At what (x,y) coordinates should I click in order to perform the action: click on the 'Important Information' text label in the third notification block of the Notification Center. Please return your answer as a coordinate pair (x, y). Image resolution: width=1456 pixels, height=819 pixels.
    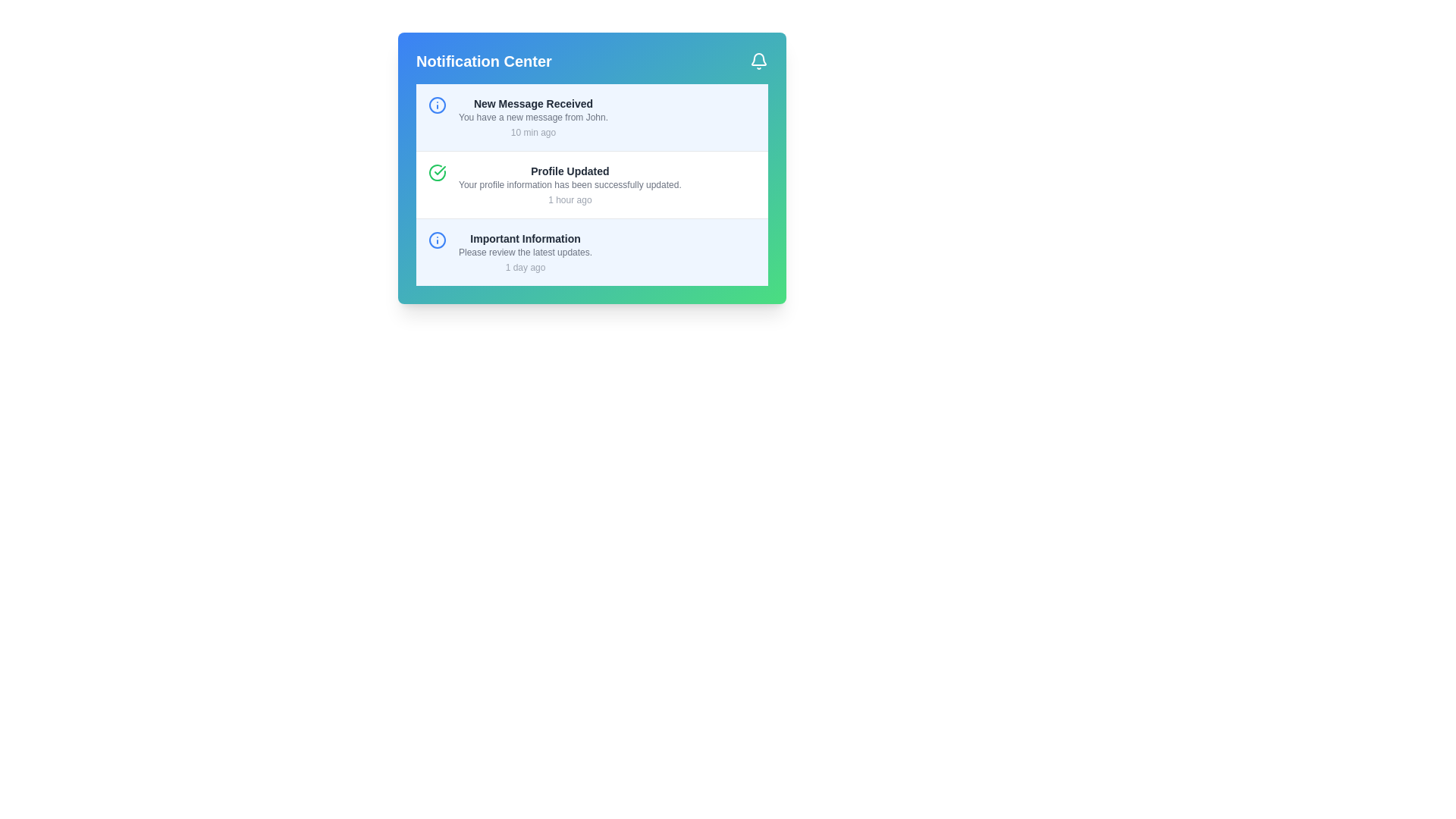
    Looking at the image, I should click on (526, 239).